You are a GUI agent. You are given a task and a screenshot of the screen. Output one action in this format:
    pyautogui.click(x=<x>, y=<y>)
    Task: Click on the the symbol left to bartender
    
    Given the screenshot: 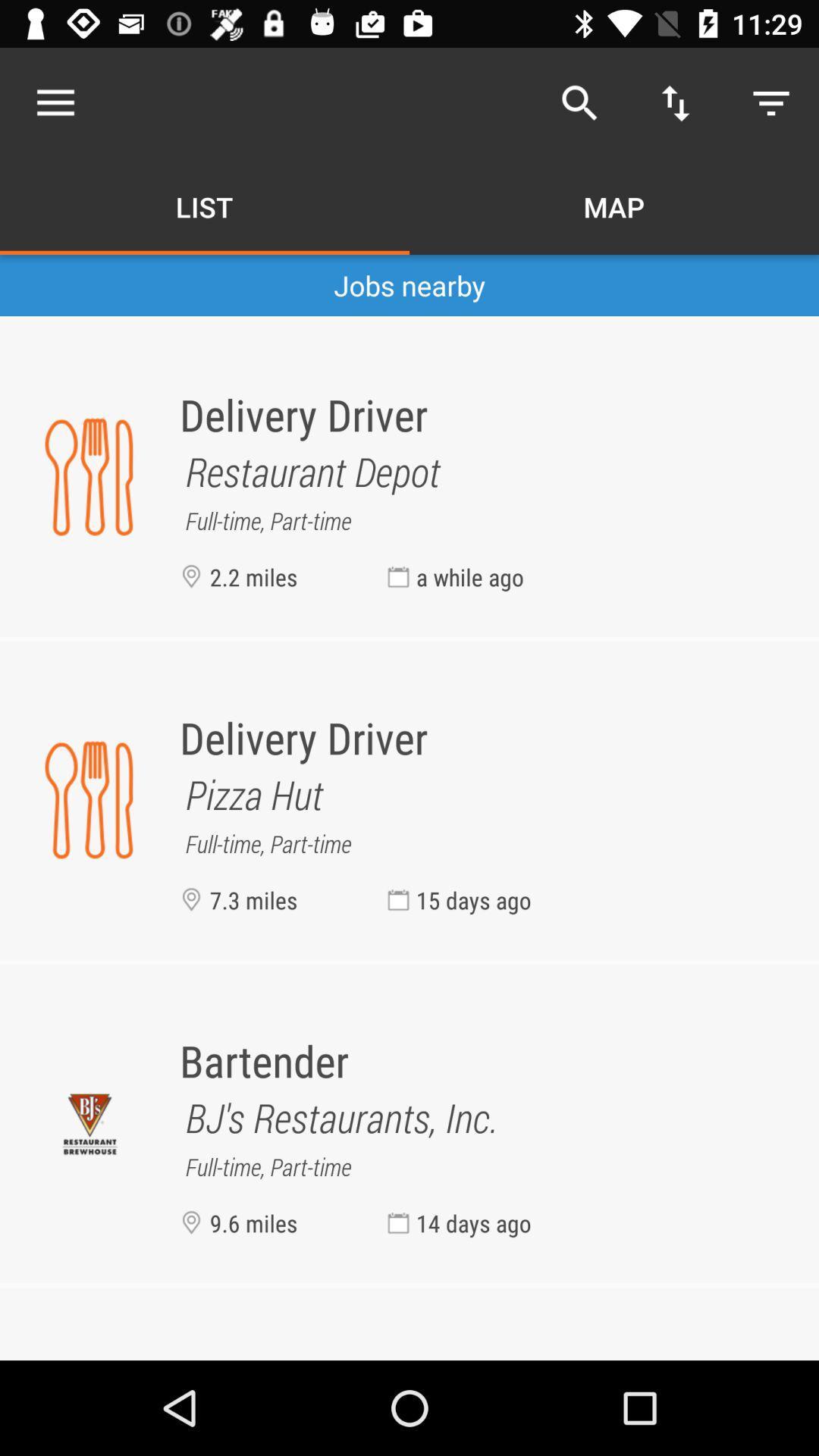 What is the action you would take?
    pyautogui.click(x=89, y=1124)
    